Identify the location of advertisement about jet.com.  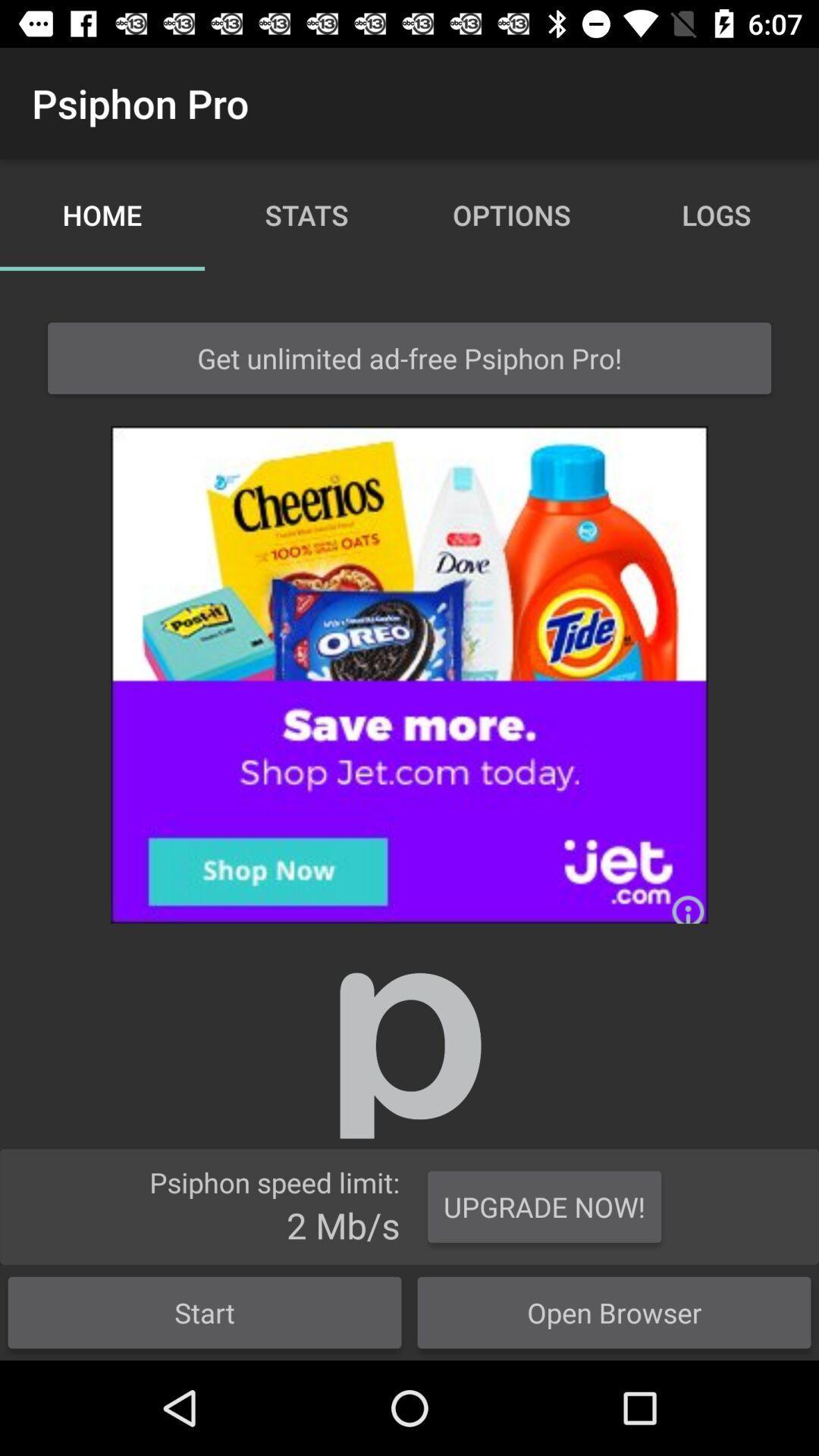
(409, 673).